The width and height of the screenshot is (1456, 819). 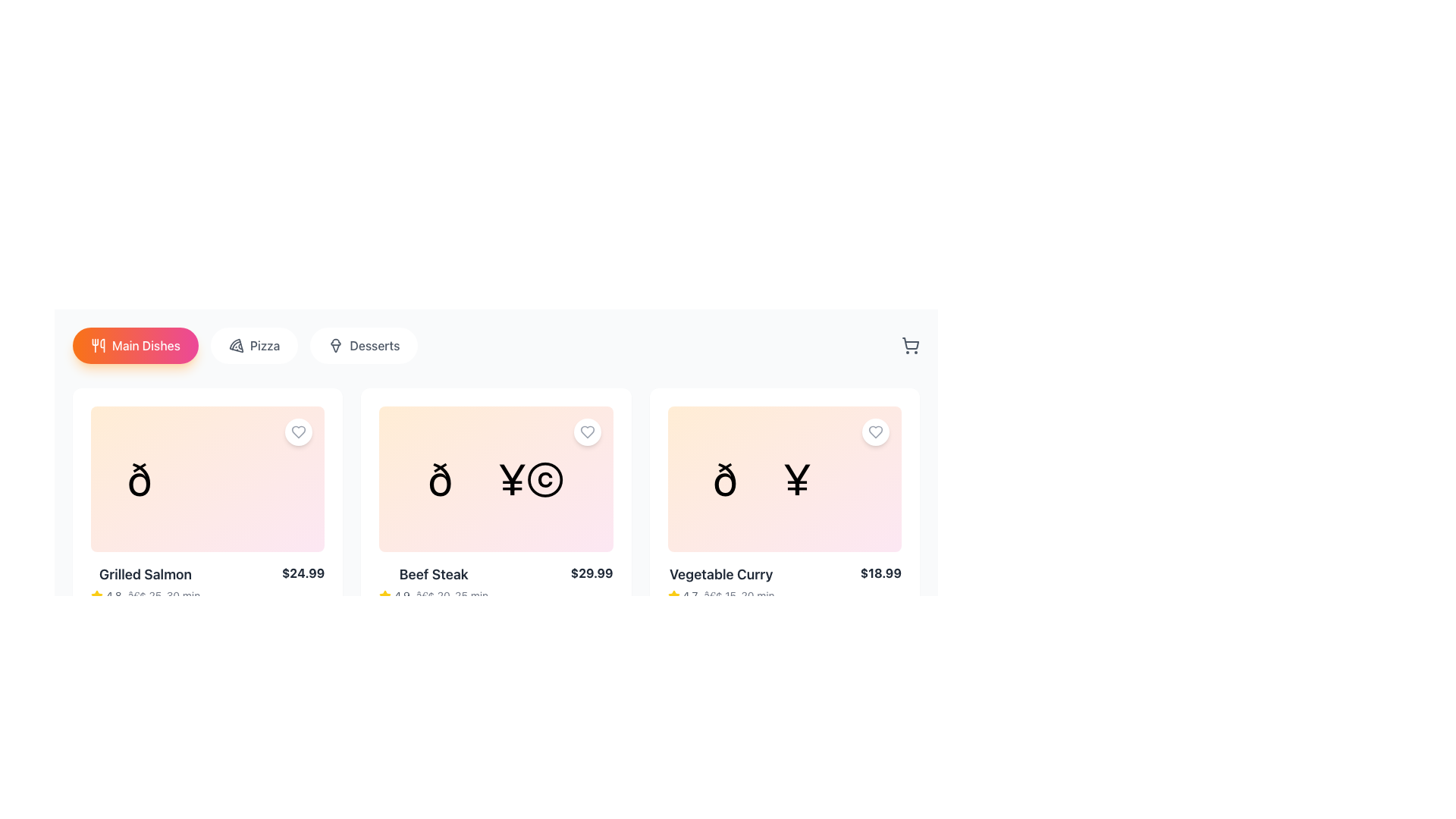 What do you see at coordinates (451, 595) in the screenshot?
I see `text from the Text Label that provides the estimated delivery time for the 'Beef Steak' item, positioned beneath it and aligned with the pricing information` at bounding box center [451, 595].